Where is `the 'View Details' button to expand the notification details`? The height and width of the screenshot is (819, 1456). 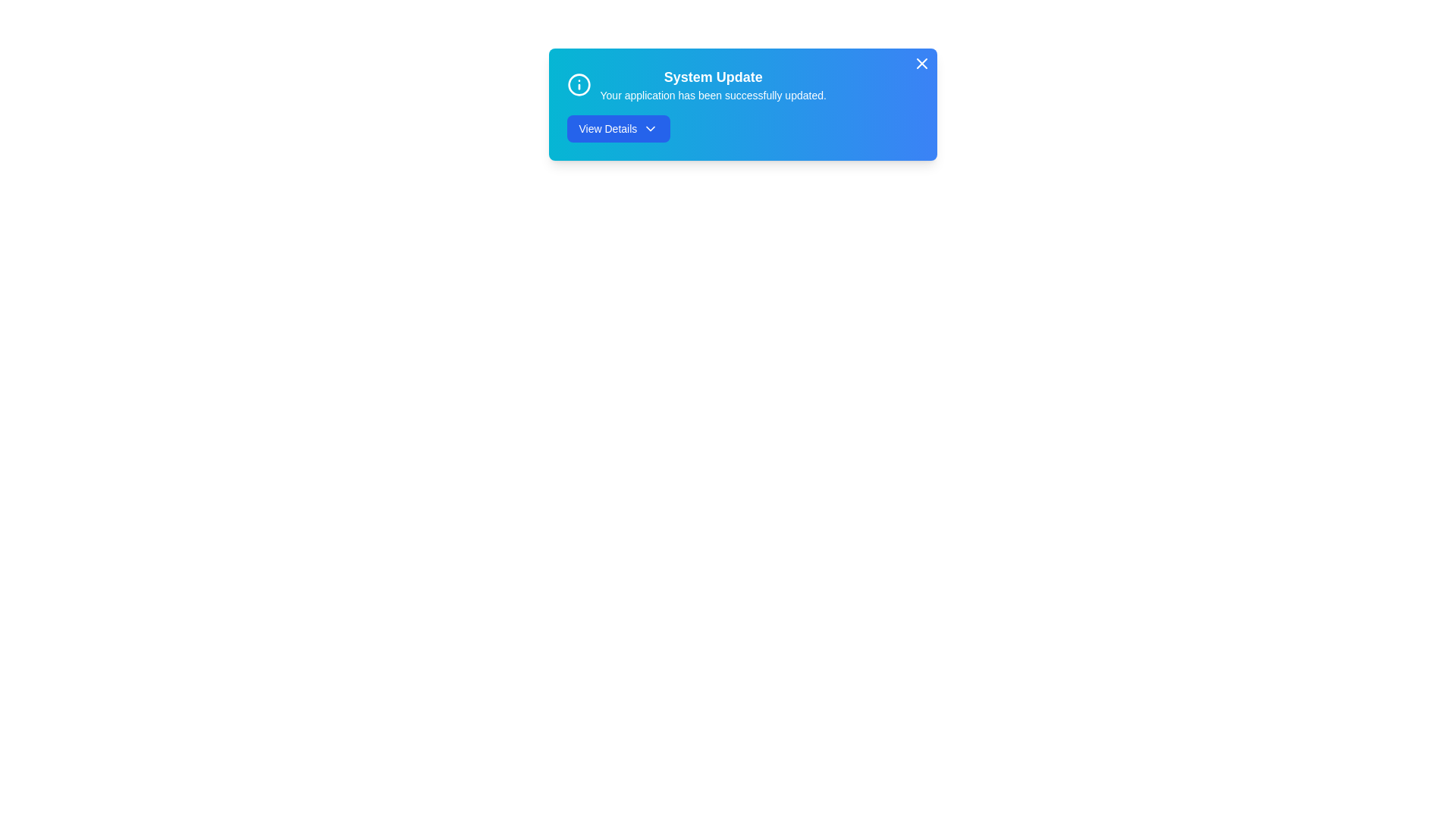 the 'View Details' button to expand the notification details is located at coordinates (618, 127).